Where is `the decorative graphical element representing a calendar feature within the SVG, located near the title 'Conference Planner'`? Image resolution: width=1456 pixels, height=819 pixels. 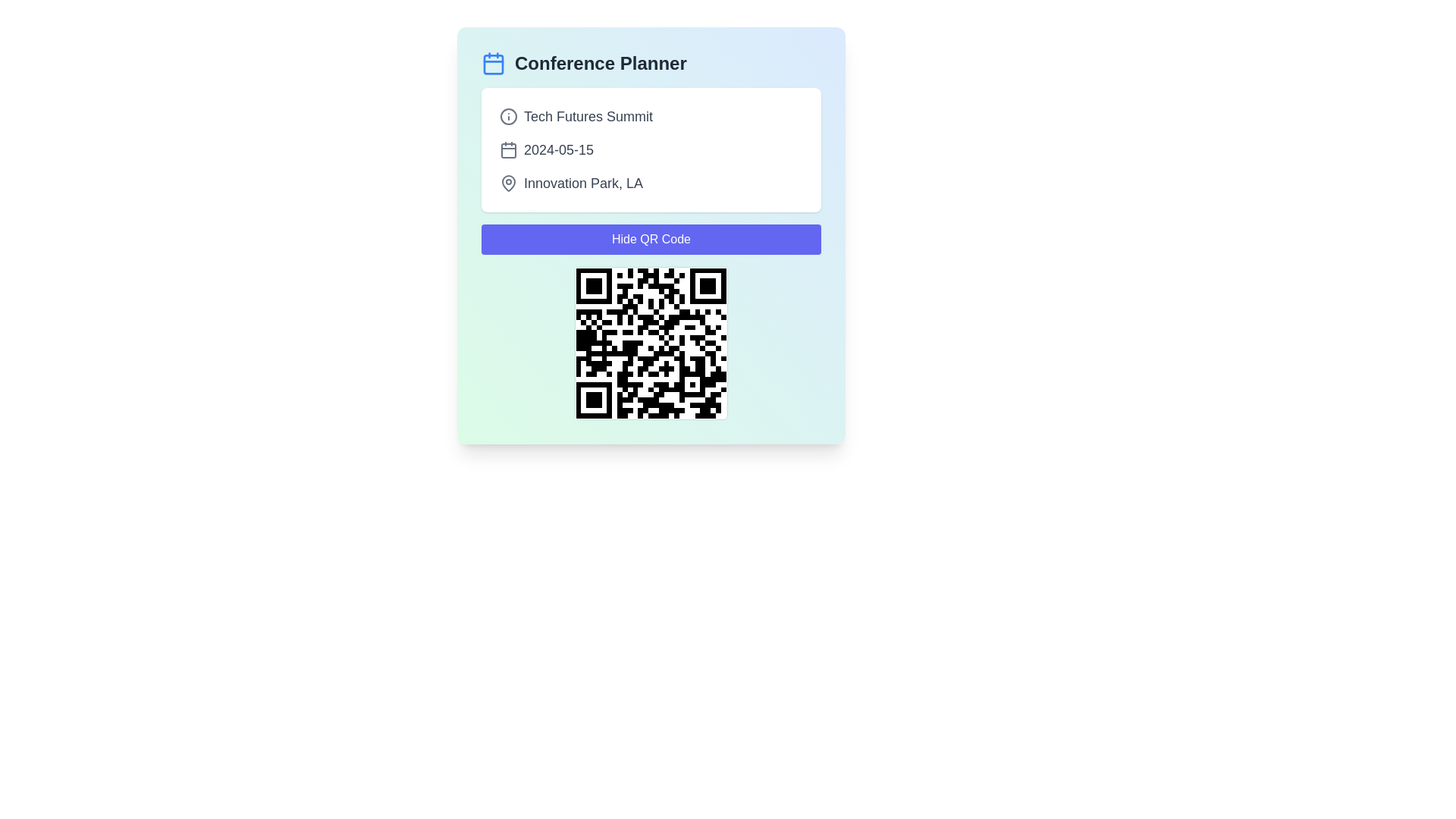
the decorative graphical element representing a calendar feature within the SVG, located near the title 'Conference Planner' is located at coordinates (494, 63).